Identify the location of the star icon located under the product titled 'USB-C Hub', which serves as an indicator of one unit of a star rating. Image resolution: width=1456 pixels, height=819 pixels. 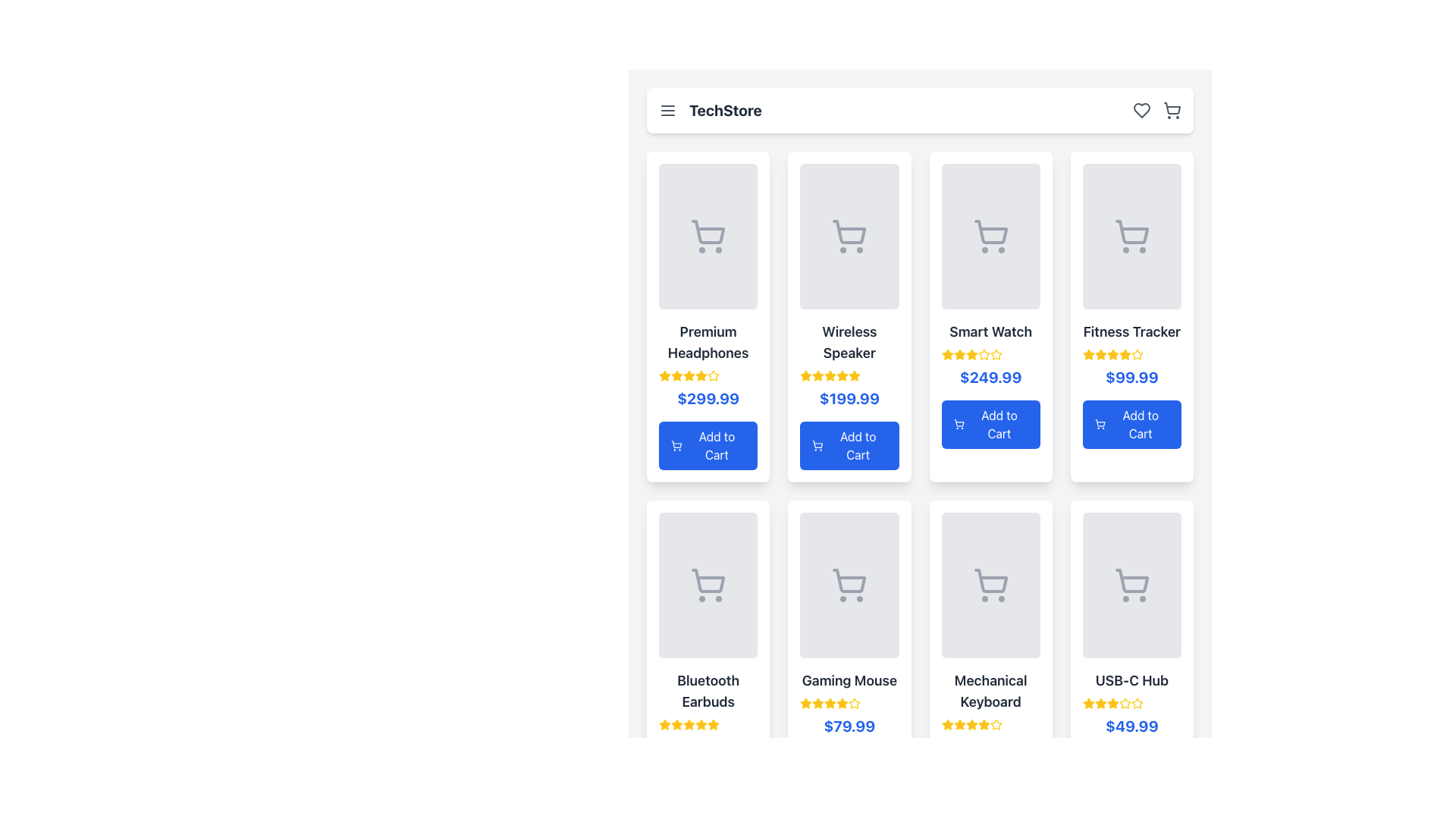
(1087, 702).